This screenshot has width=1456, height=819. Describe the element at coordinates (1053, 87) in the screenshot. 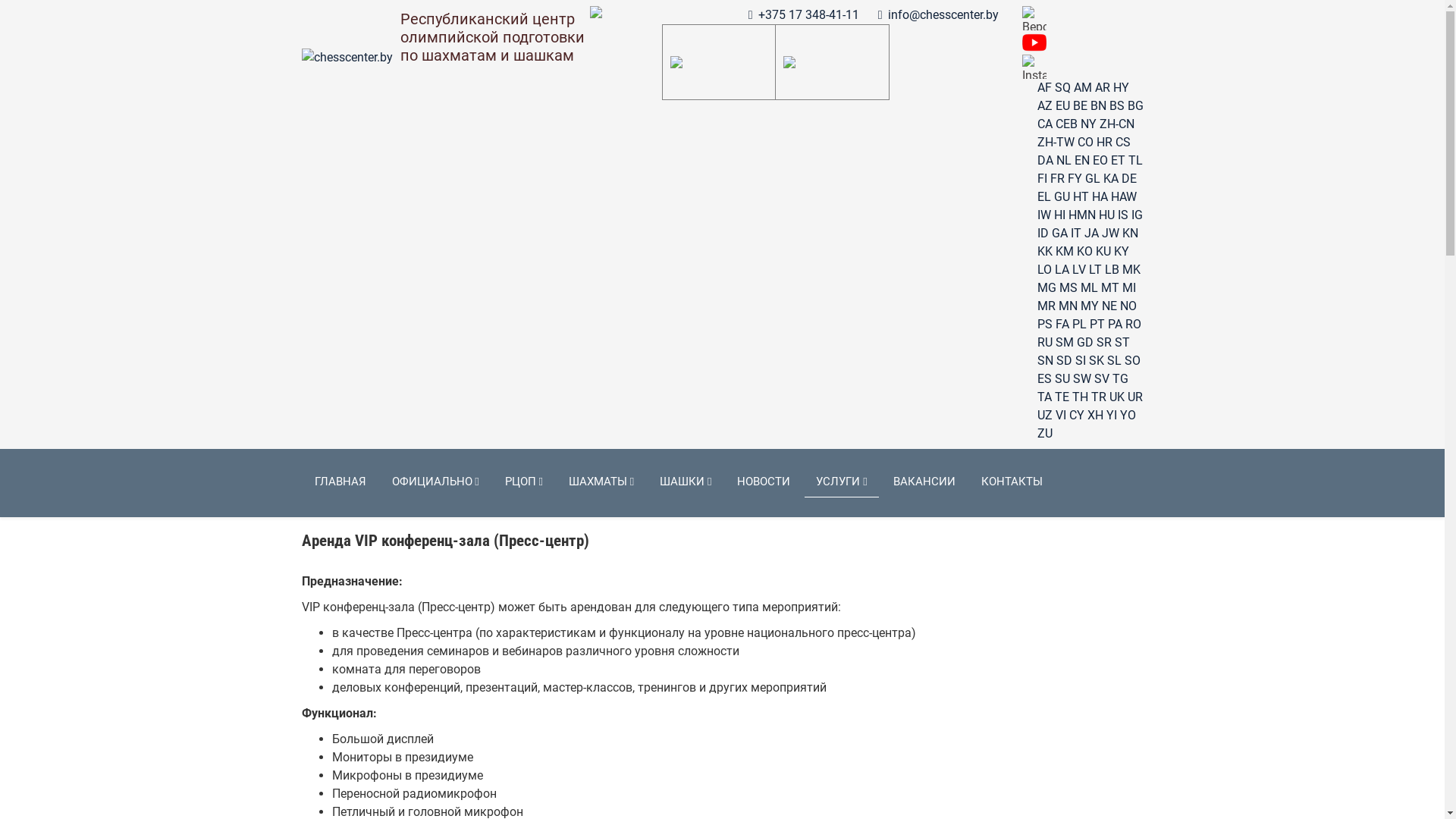

I see `'SQ'` at that location.